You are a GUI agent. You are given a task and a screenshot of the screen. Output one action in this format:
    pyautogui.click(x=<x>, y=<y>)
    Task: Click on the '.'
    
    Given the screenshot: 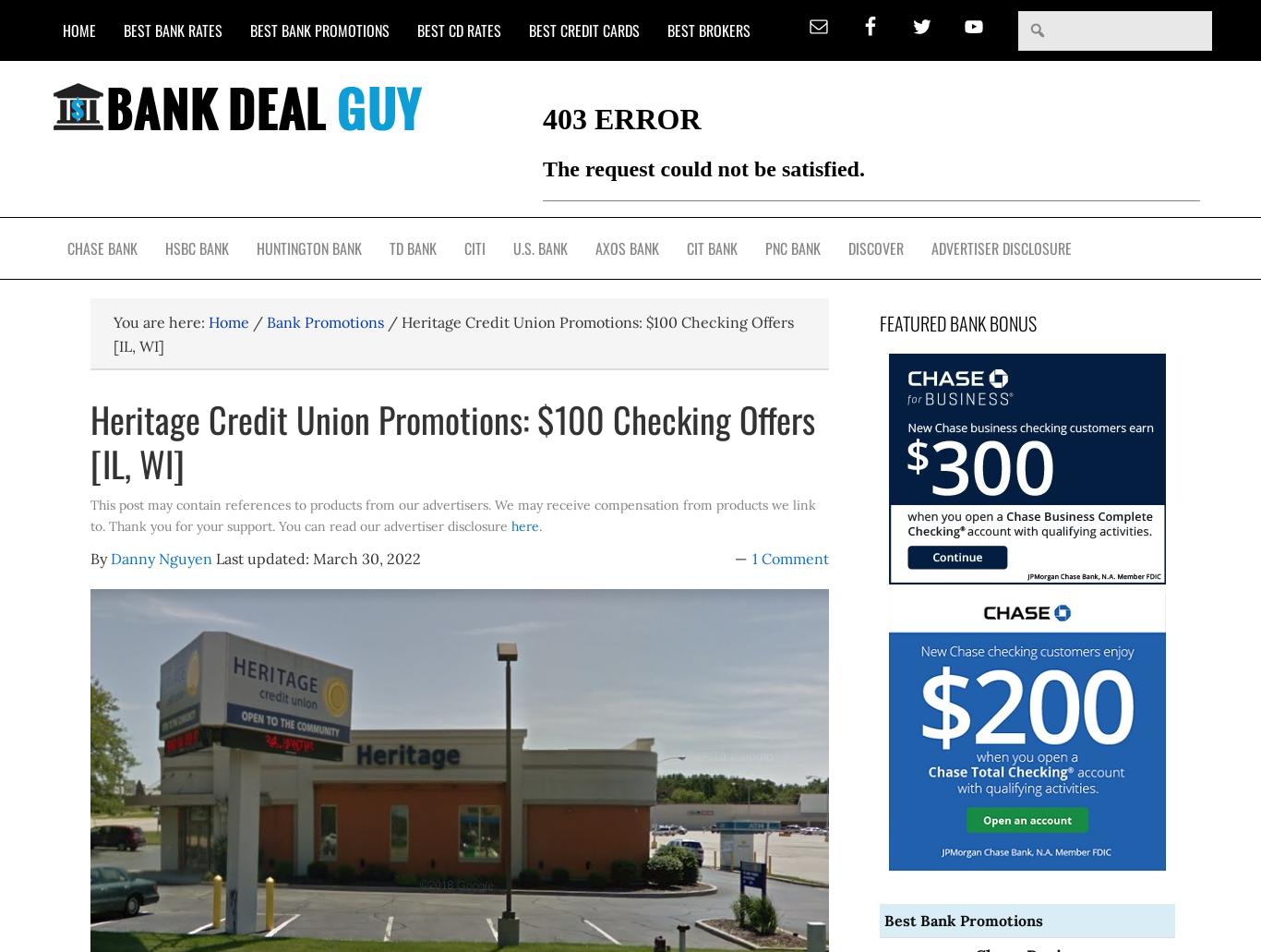 What is the action you would take?
    pyautogui.click(x=539, y=524)
    